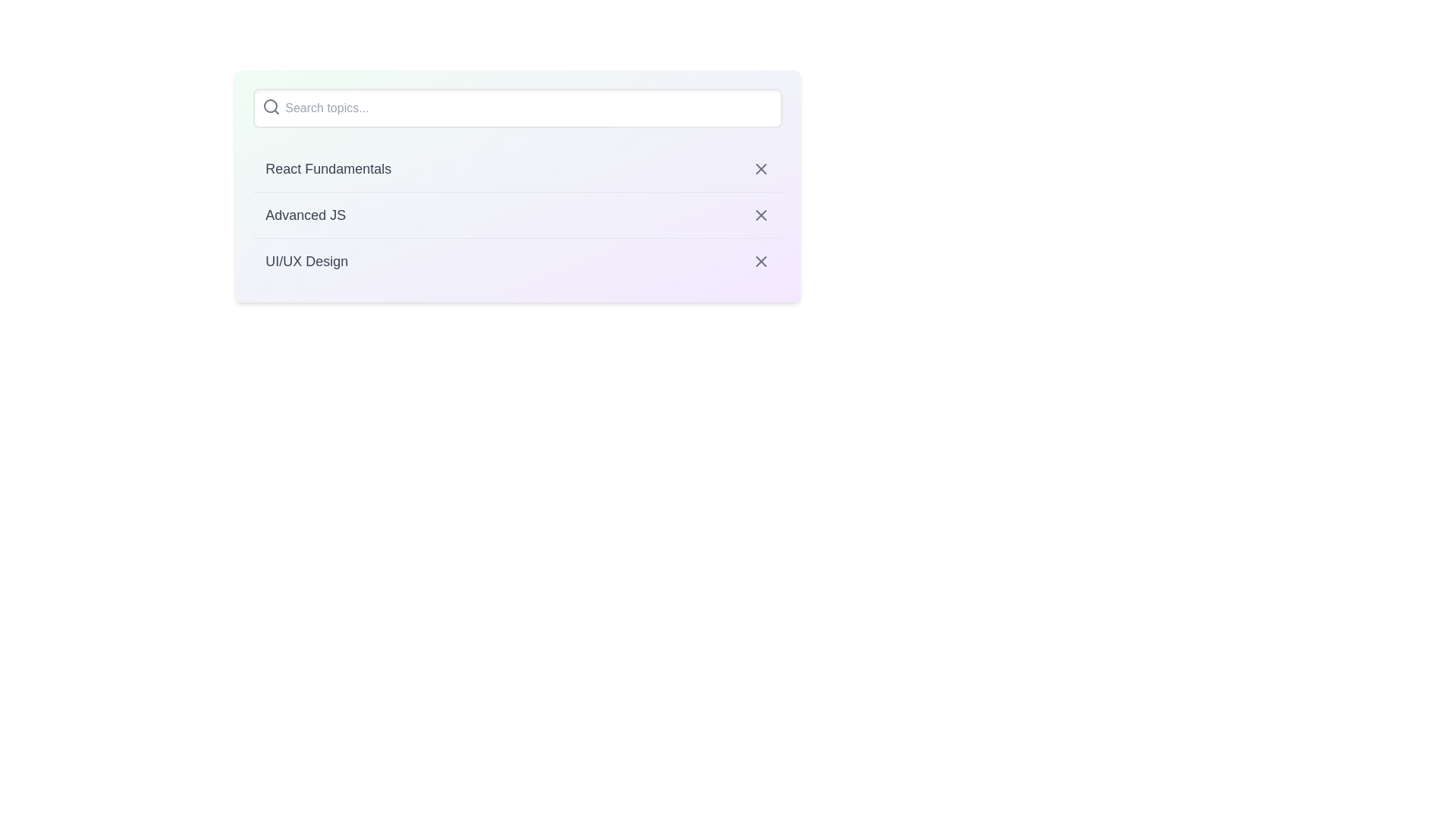  I want to click on the search icon to focus the input field, so click(271, 106).